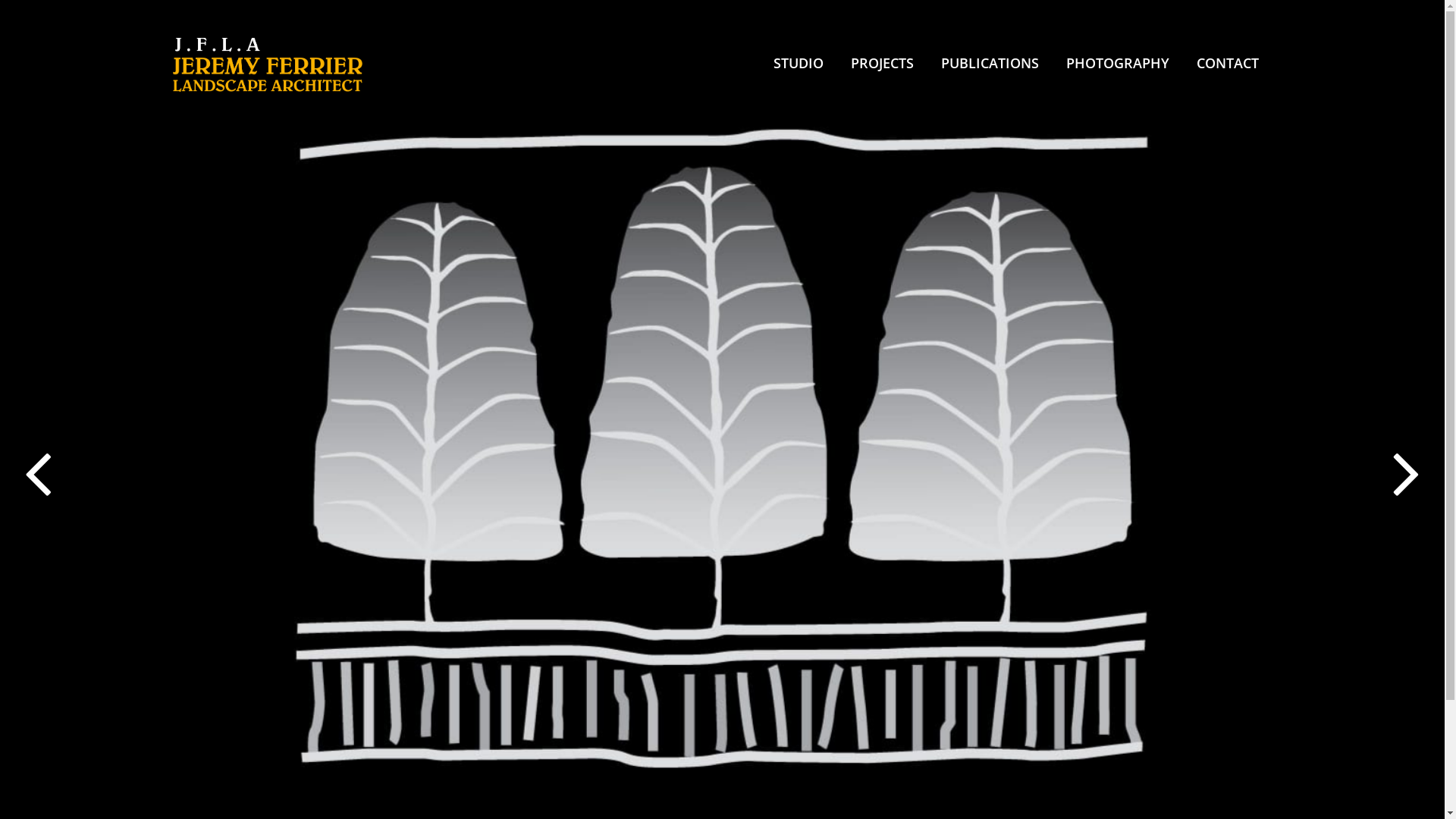 The height and width of the screenshot is (819, 1456). What do you see at coordinates (882, 62) in the screenshot?
I see `'PROJECTS'` at bounding box center [882, 62].